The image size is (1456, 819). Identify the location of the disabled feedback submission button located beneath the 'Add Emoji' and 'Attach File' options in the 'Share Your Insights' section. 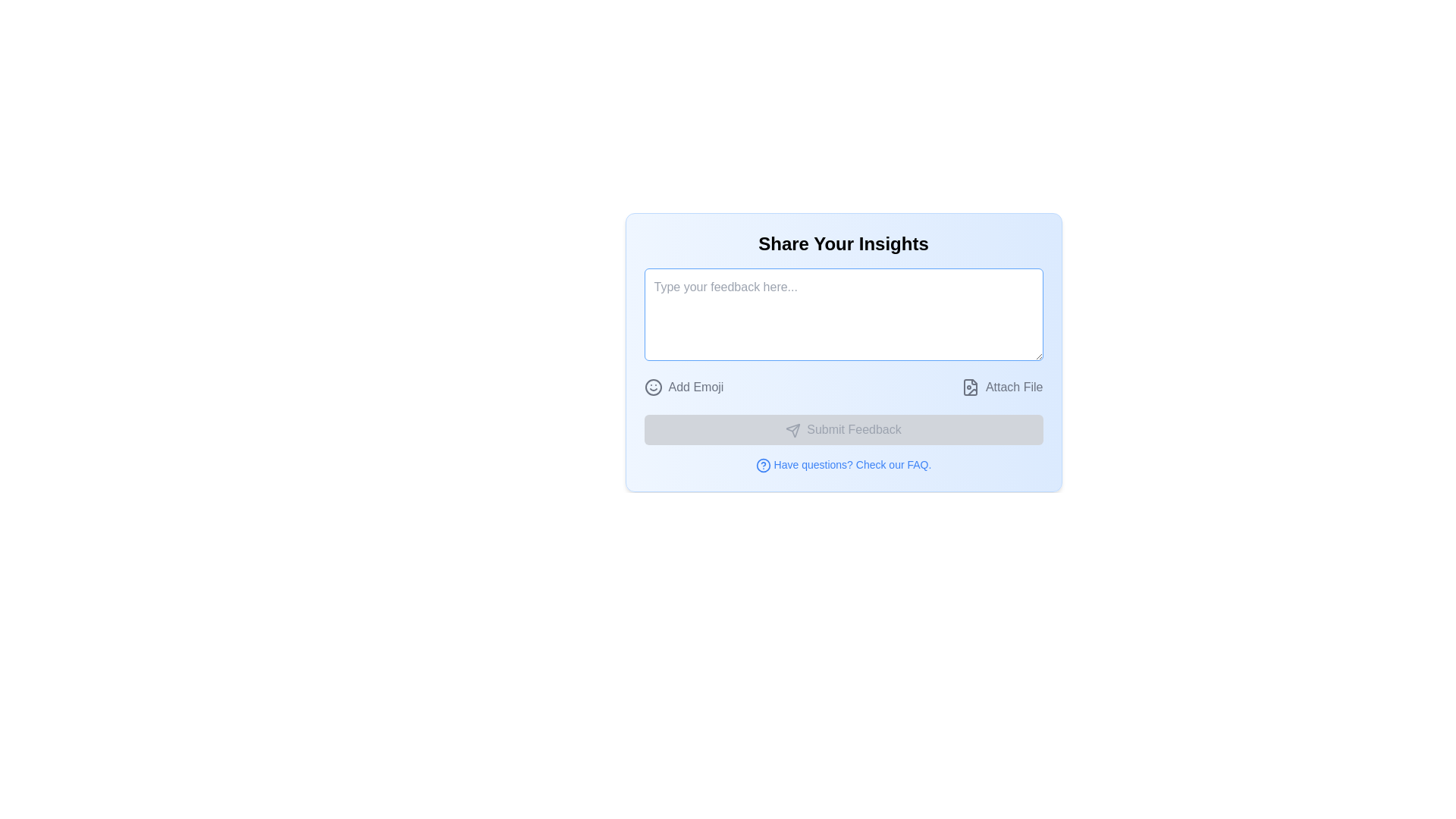
(843, 430).